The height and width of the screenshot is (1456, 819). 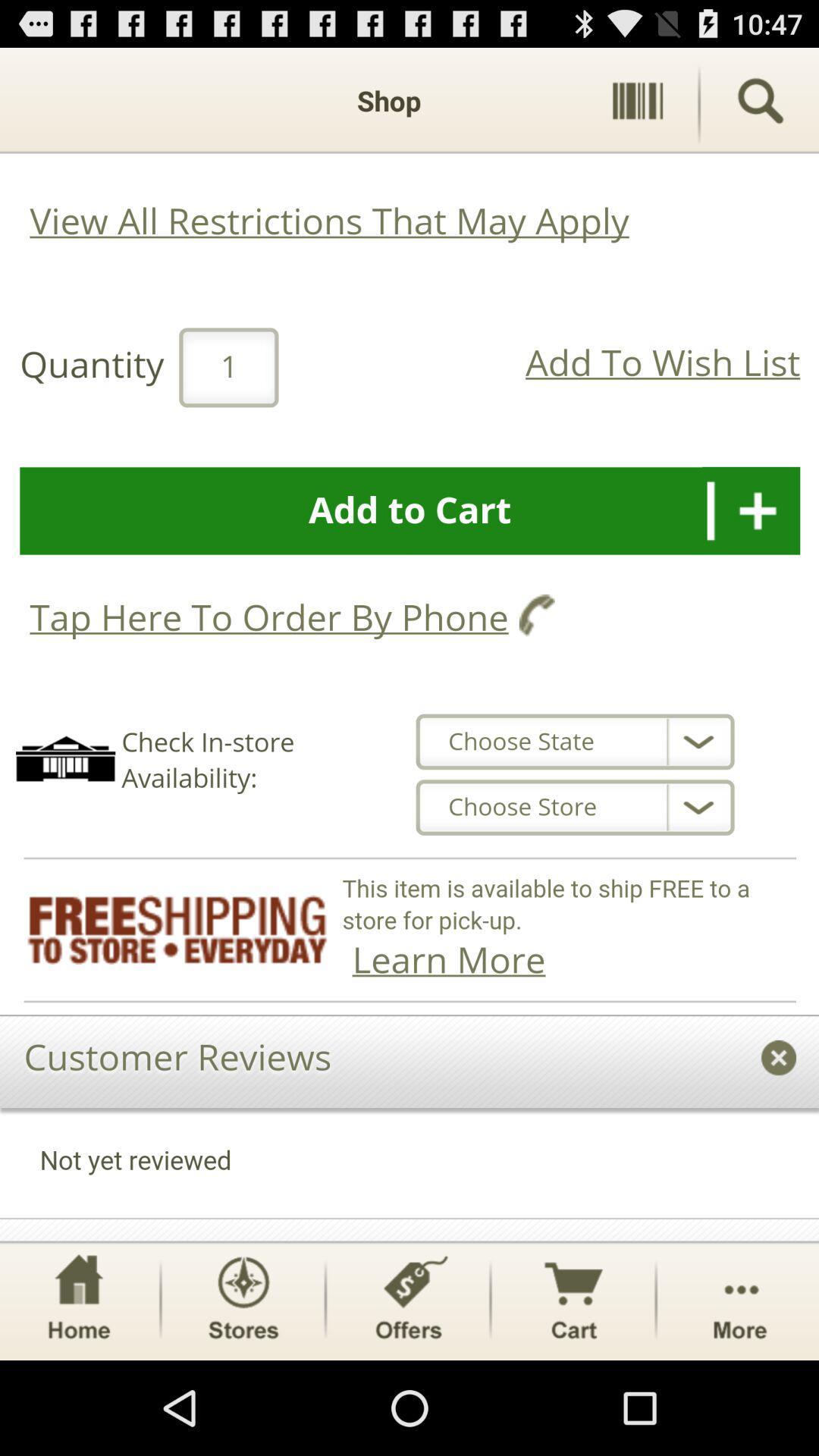 What do you see at coordinates (573, 1392) in the screenshot?
I see `the cart icon` at bounding box center [573, 1392].